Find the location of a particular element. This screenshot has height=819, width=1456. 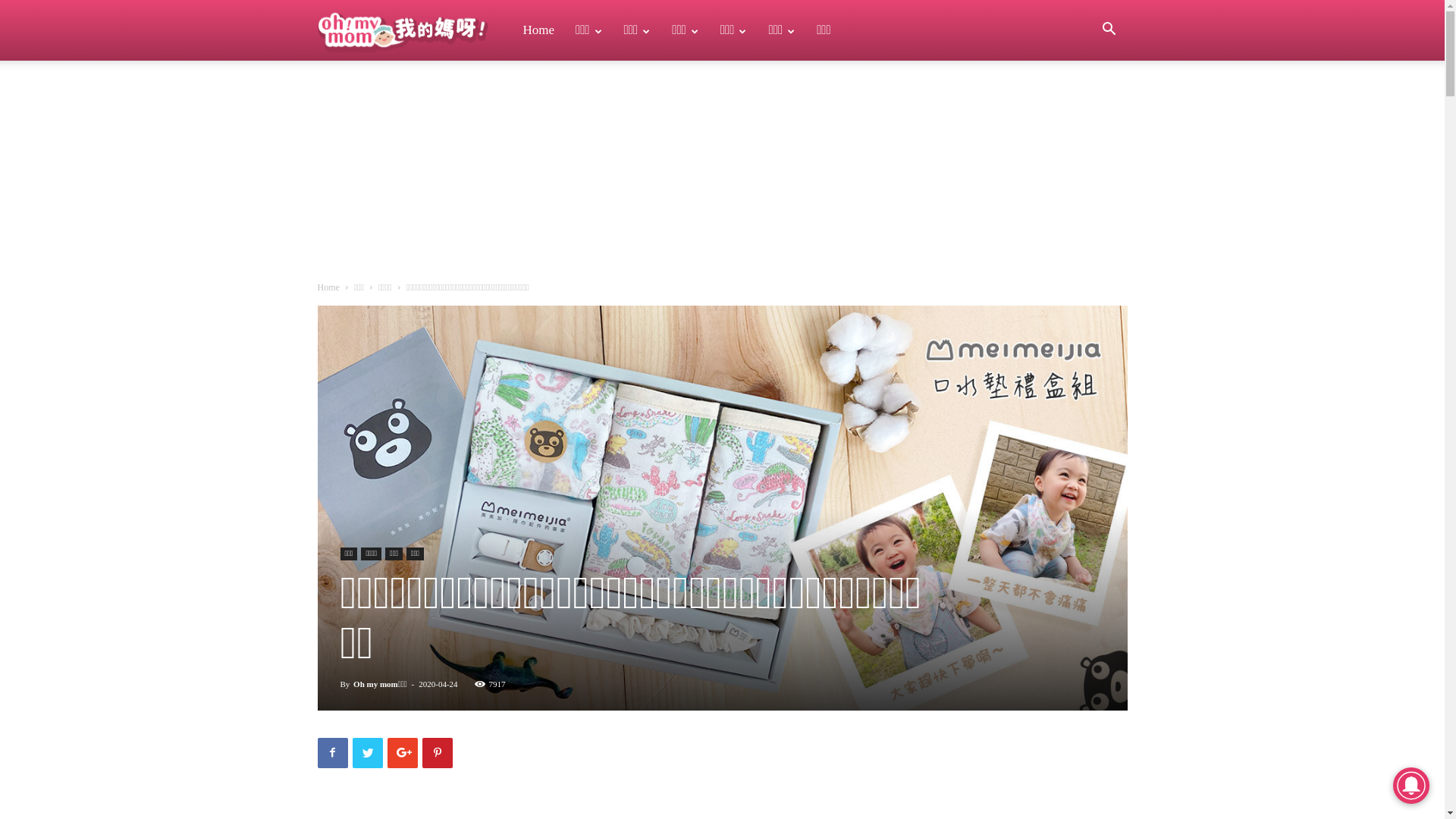

'Home' is located at coordinates (327, 287).